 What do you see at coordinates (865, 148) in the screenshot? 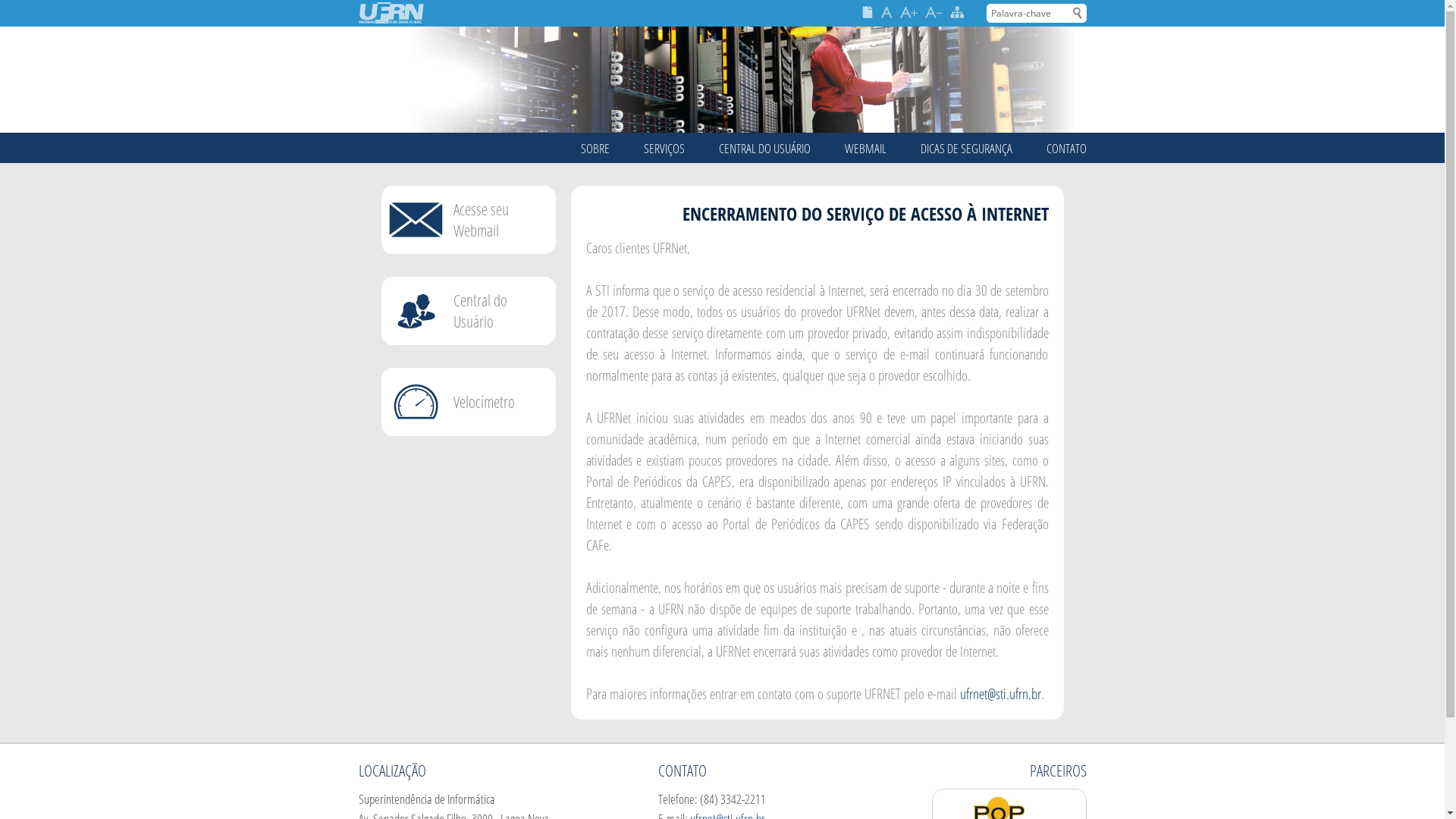
I see `'WEBMAIL'` at bounding box center [865, 148].